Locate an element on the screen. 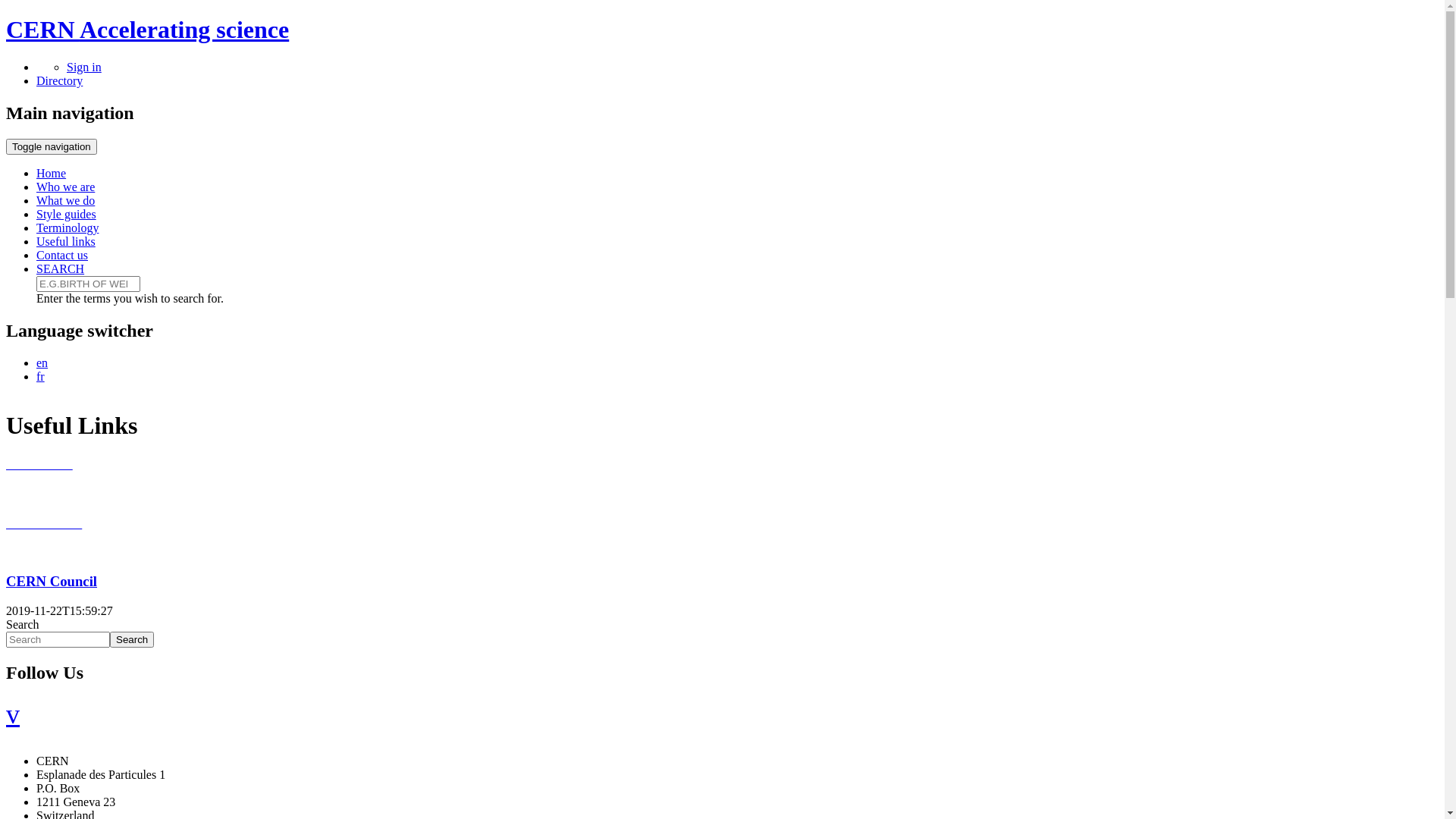 This screenshot has height=819, width=1456. 'Directory' is located at coordinates (36, 80).